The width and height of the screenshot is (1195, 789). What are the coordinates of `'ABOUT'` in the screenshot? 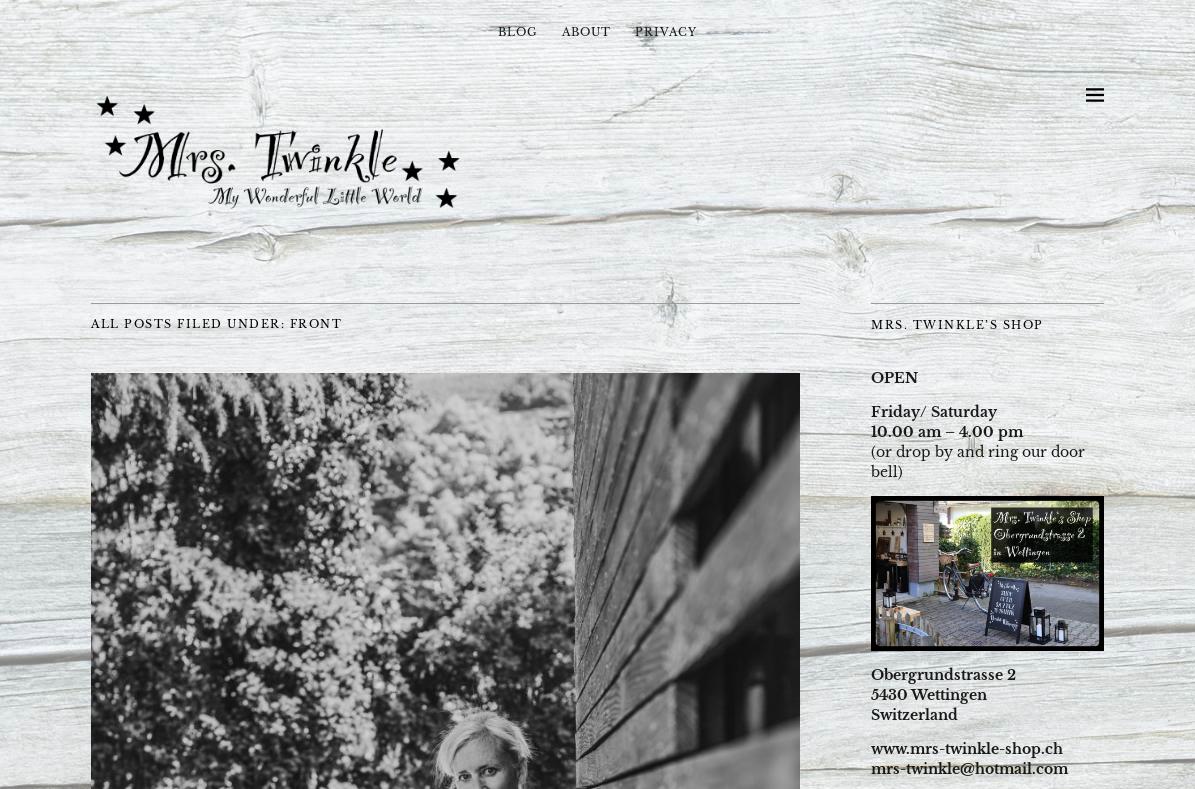 It's located at (586, 31).